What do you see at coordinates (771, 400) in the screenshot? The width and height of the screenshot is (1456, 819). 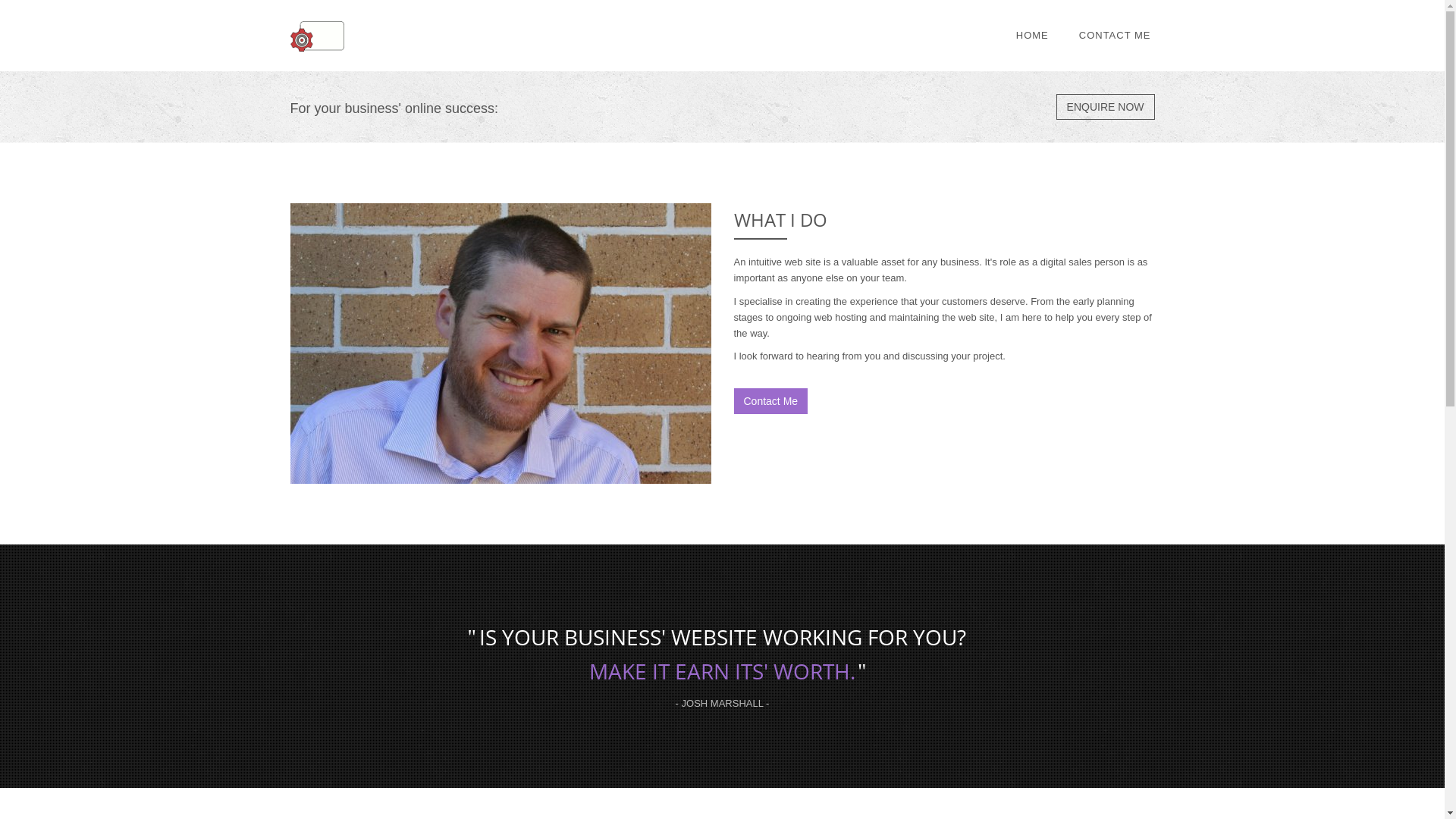 I see `'Contact Me'` at bounding box center [771, 400].